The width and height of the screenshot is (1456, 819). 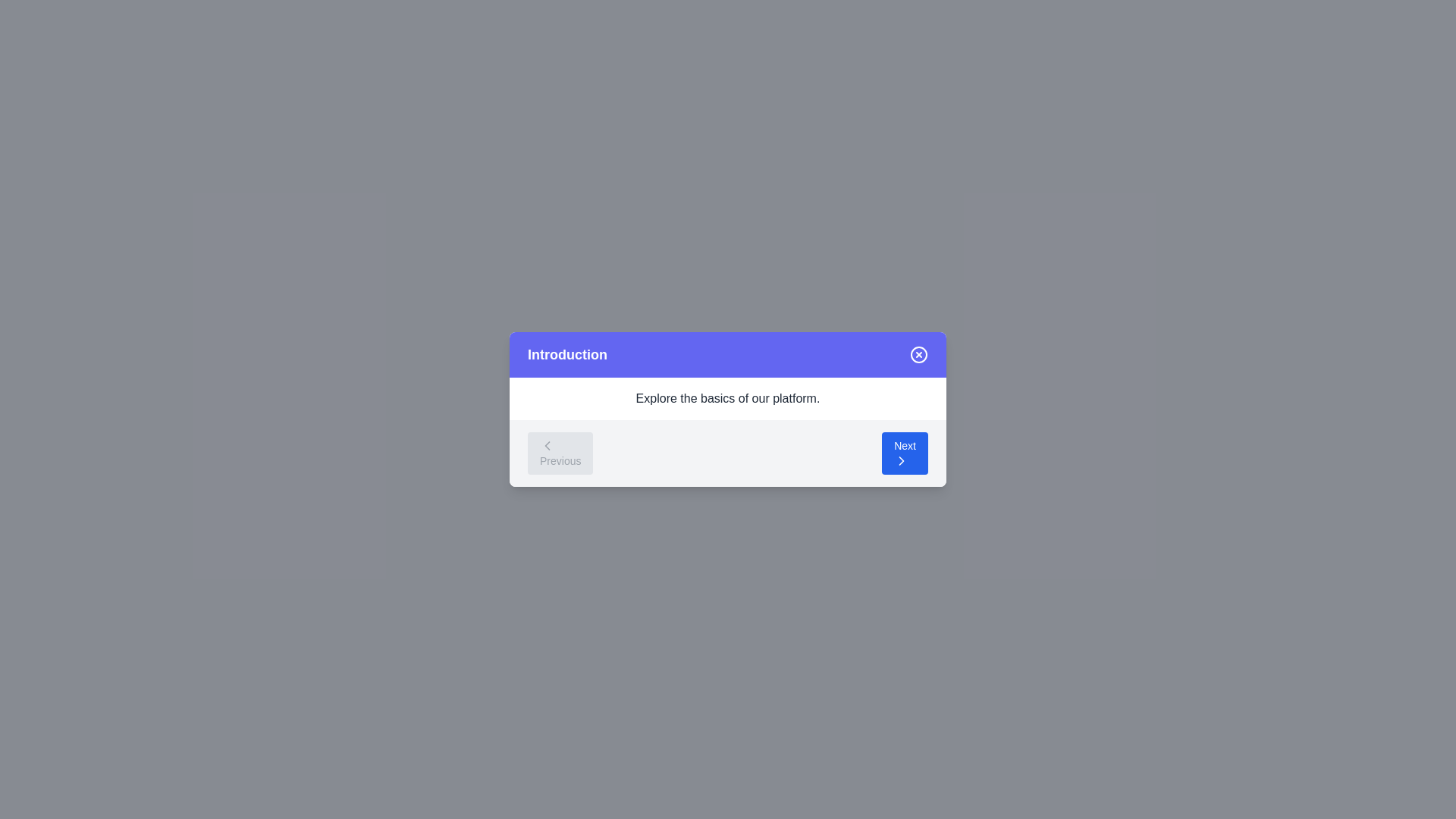 I want to click on the static text element displaying 'Explore the basics of our platform.' which is located centrally beneath the purple header 'Introduction' within a modal interface, so click(x=728, y=397).